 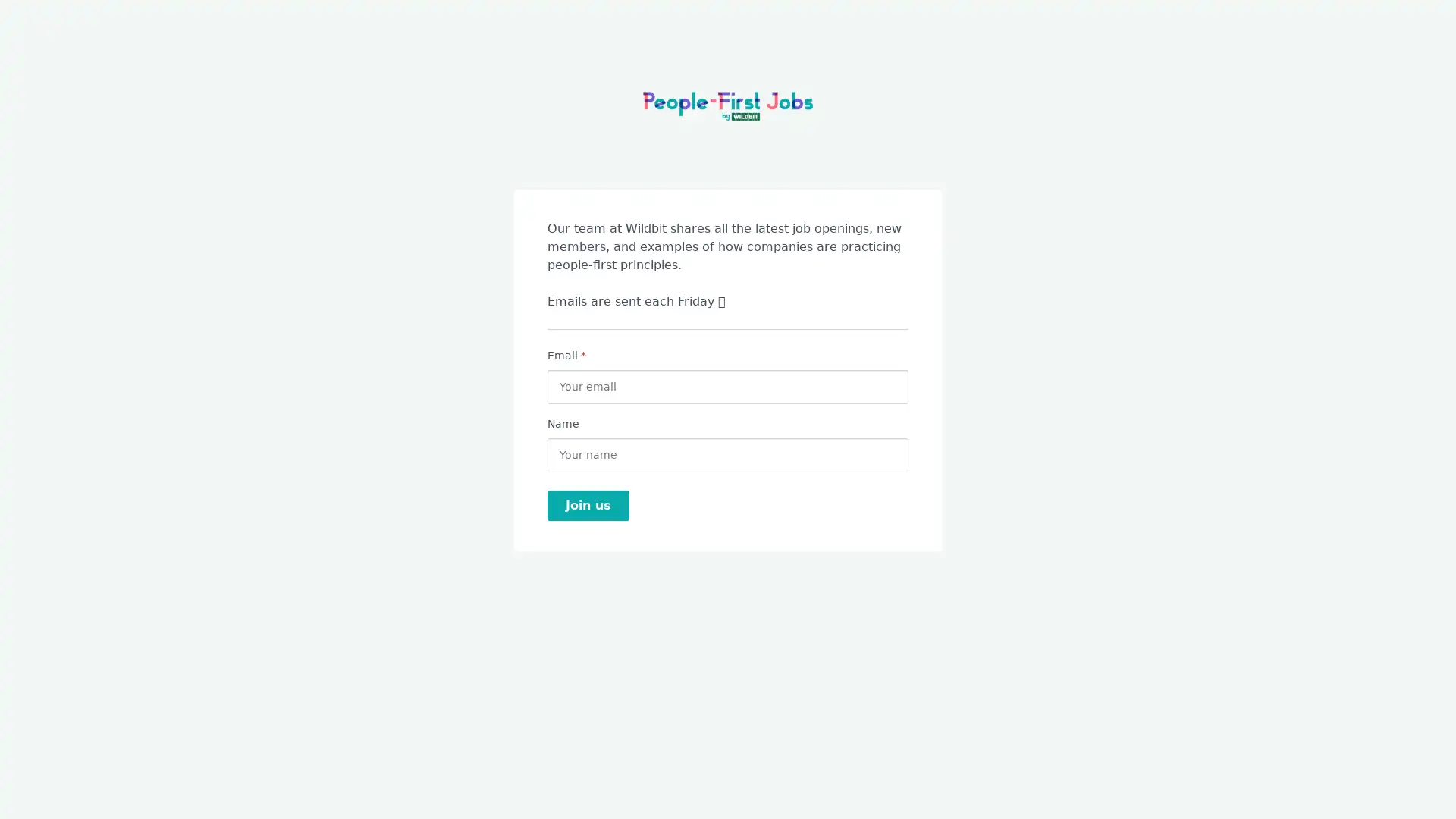 I want to click on Join us, so click(x=588, y=506).